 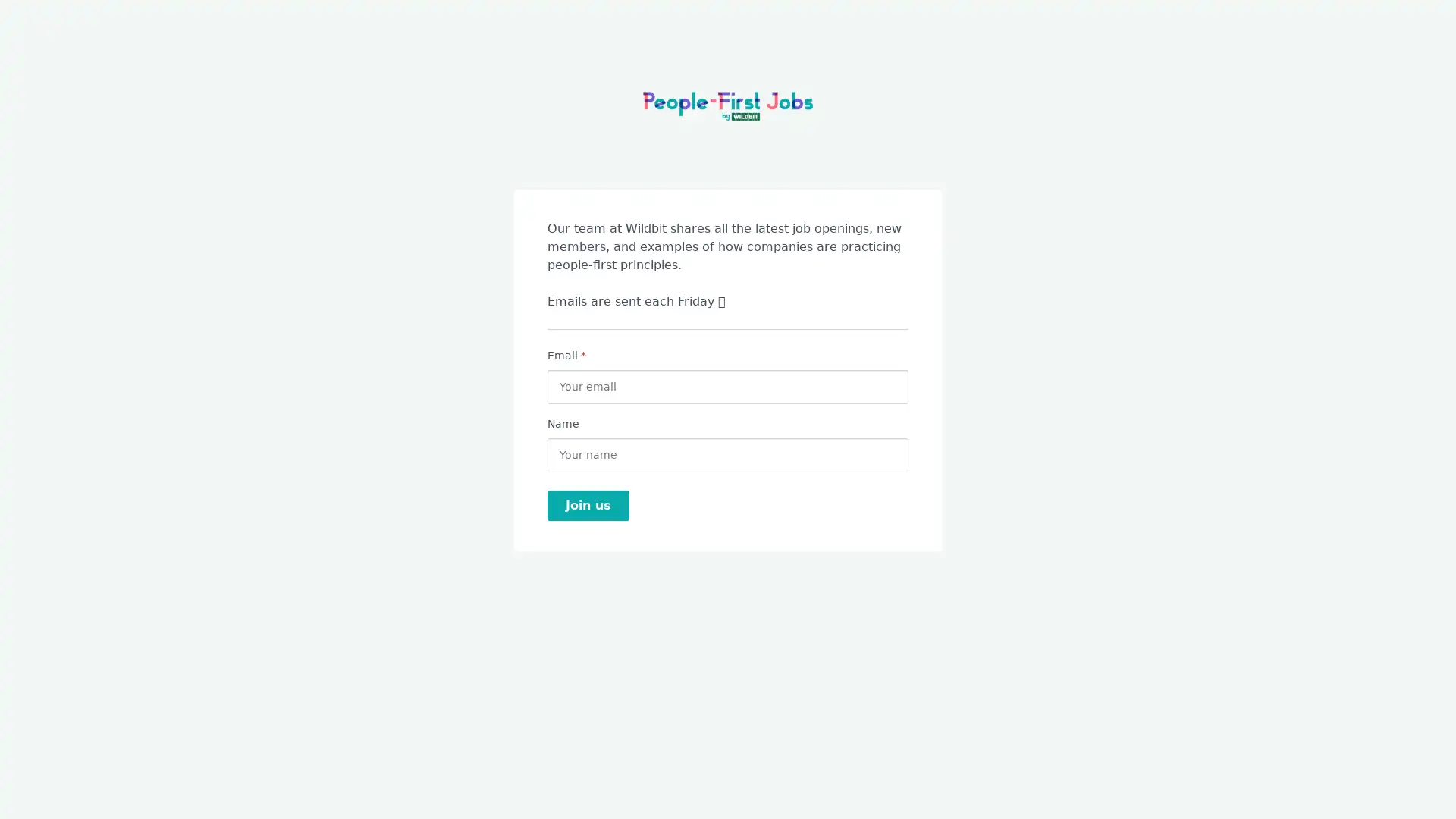 I want to click on Join us, so click(x=588, y=506).